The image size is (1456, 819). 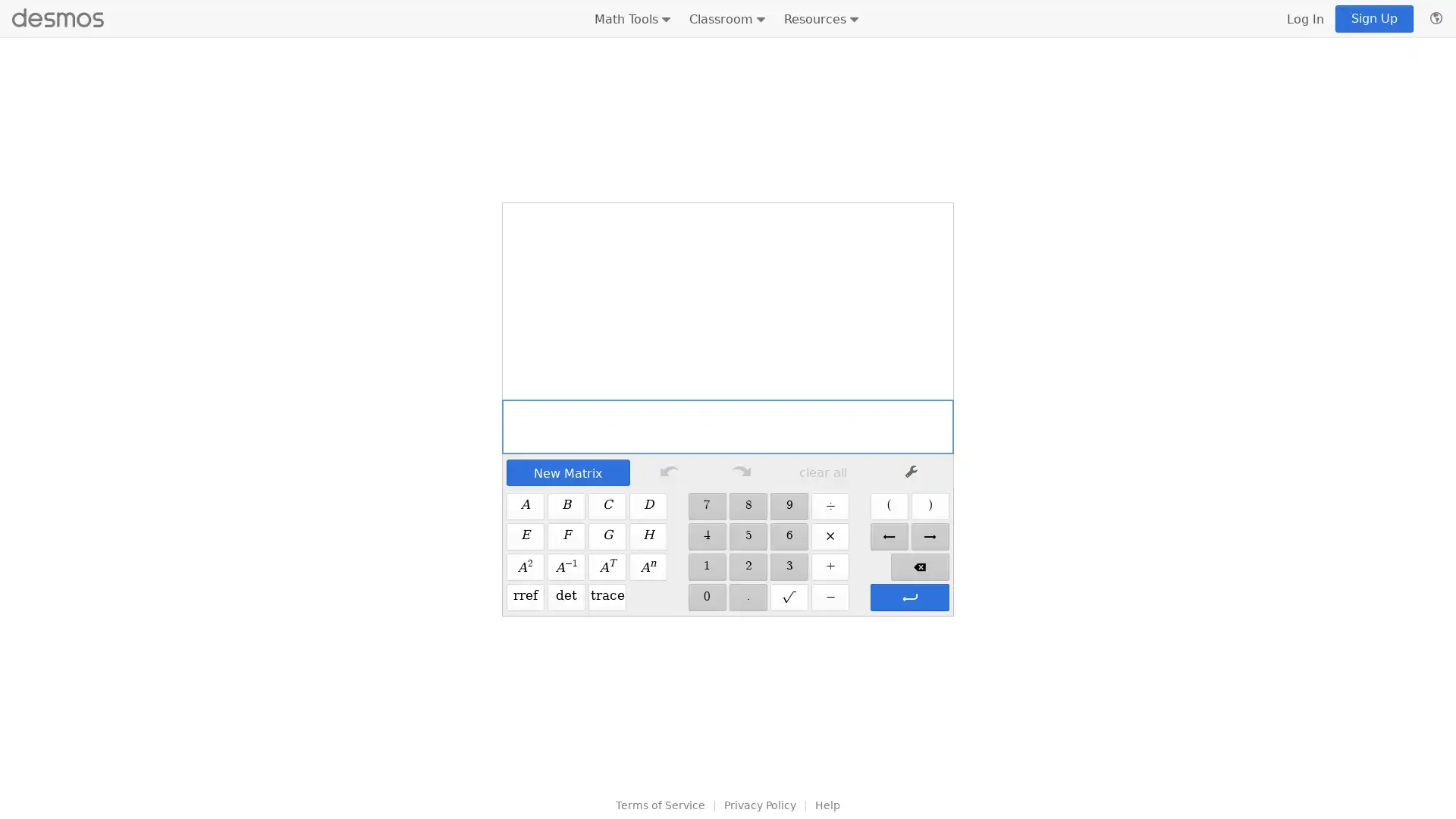 I want to click on 1, so click(x=705, y=567).